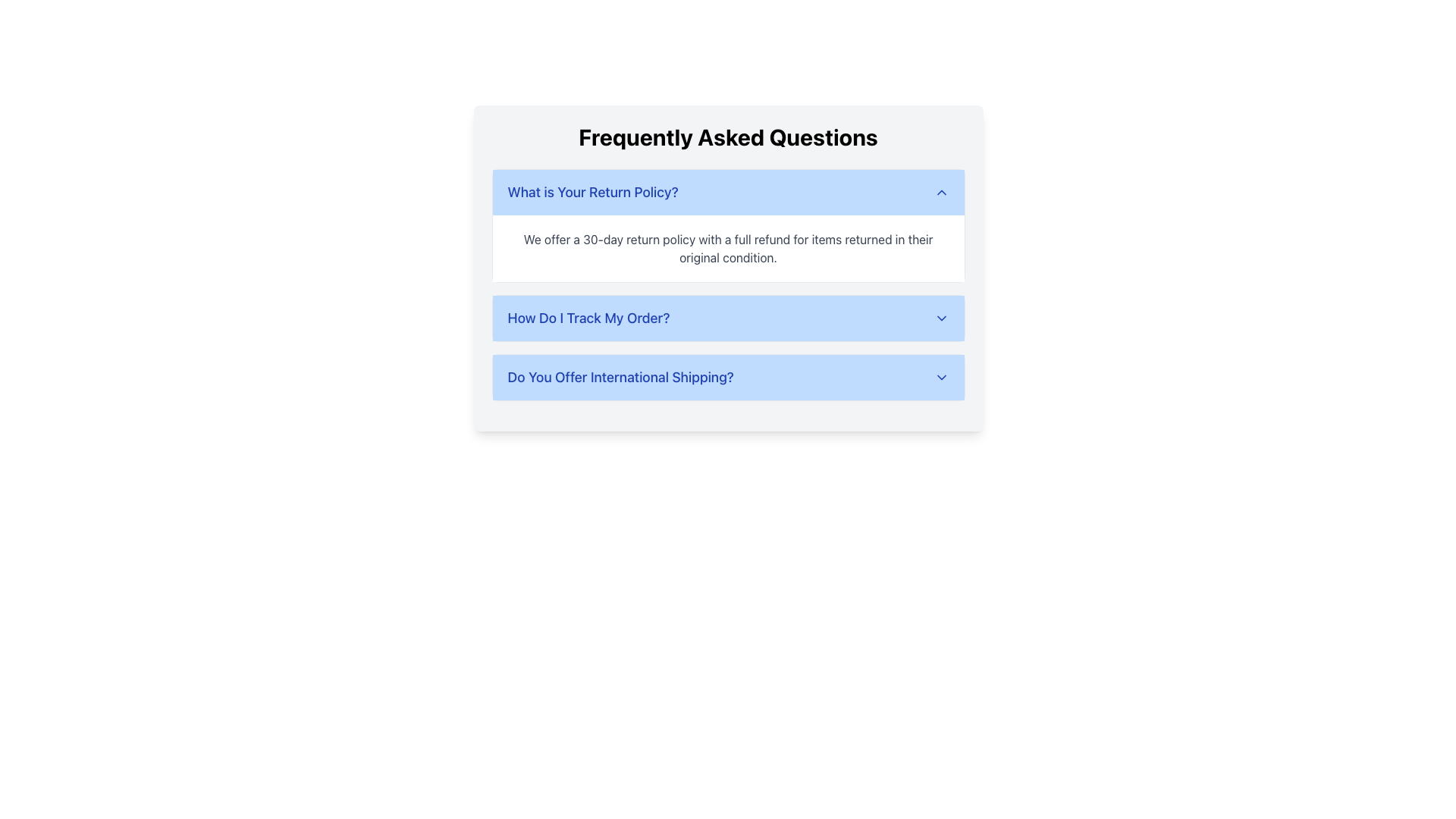 This screenshot has width=1456, height=819. I want to click on the Collapsible Item Header in the FAQ section, so click(728, 376).